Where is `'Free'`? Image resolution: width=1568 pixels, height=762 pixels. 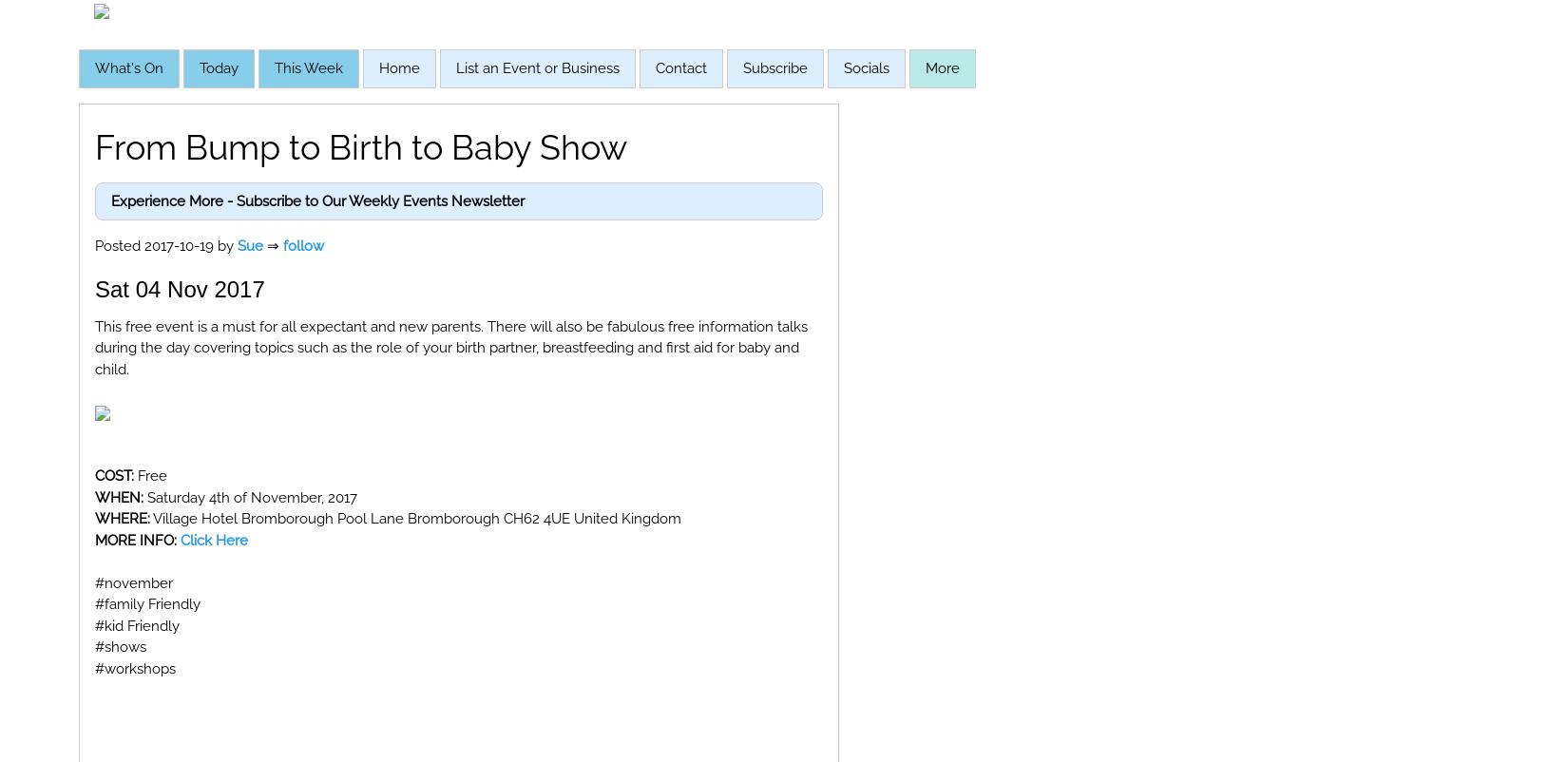 'Free' is located at coordinates (150, 476).